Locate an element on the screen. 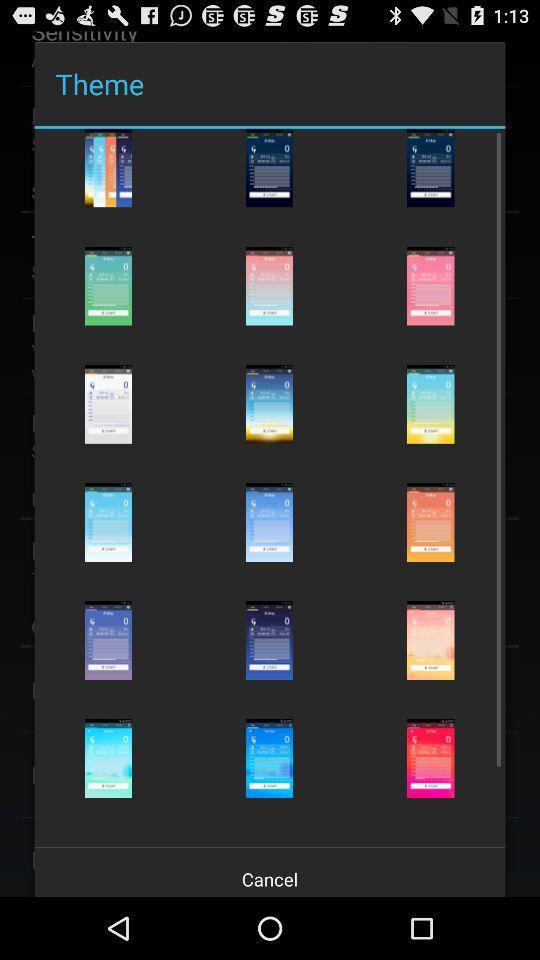 This screenshot has width=540, height=960. the cancel icon is located at coordinates (270, 871).